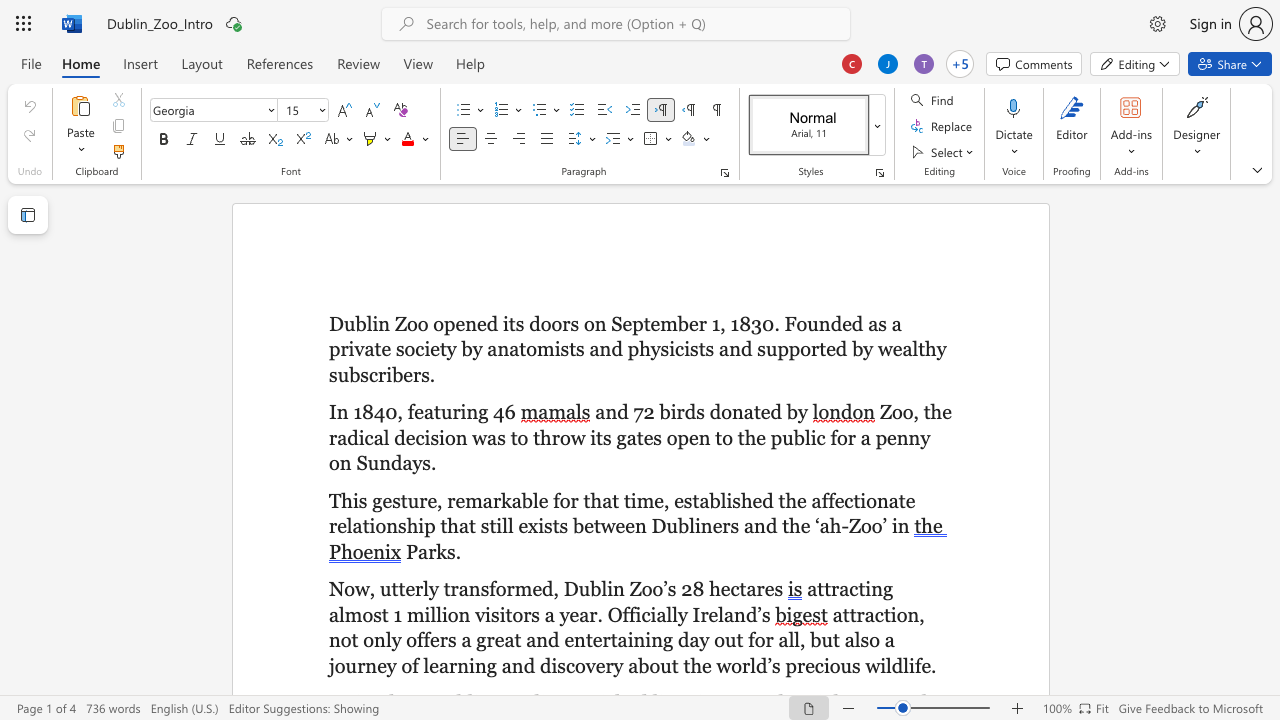  Describe the element at coordinates (871, 525) in the screenshot. I see `the space between the continuous character "o" and "o" in the text` at that location.